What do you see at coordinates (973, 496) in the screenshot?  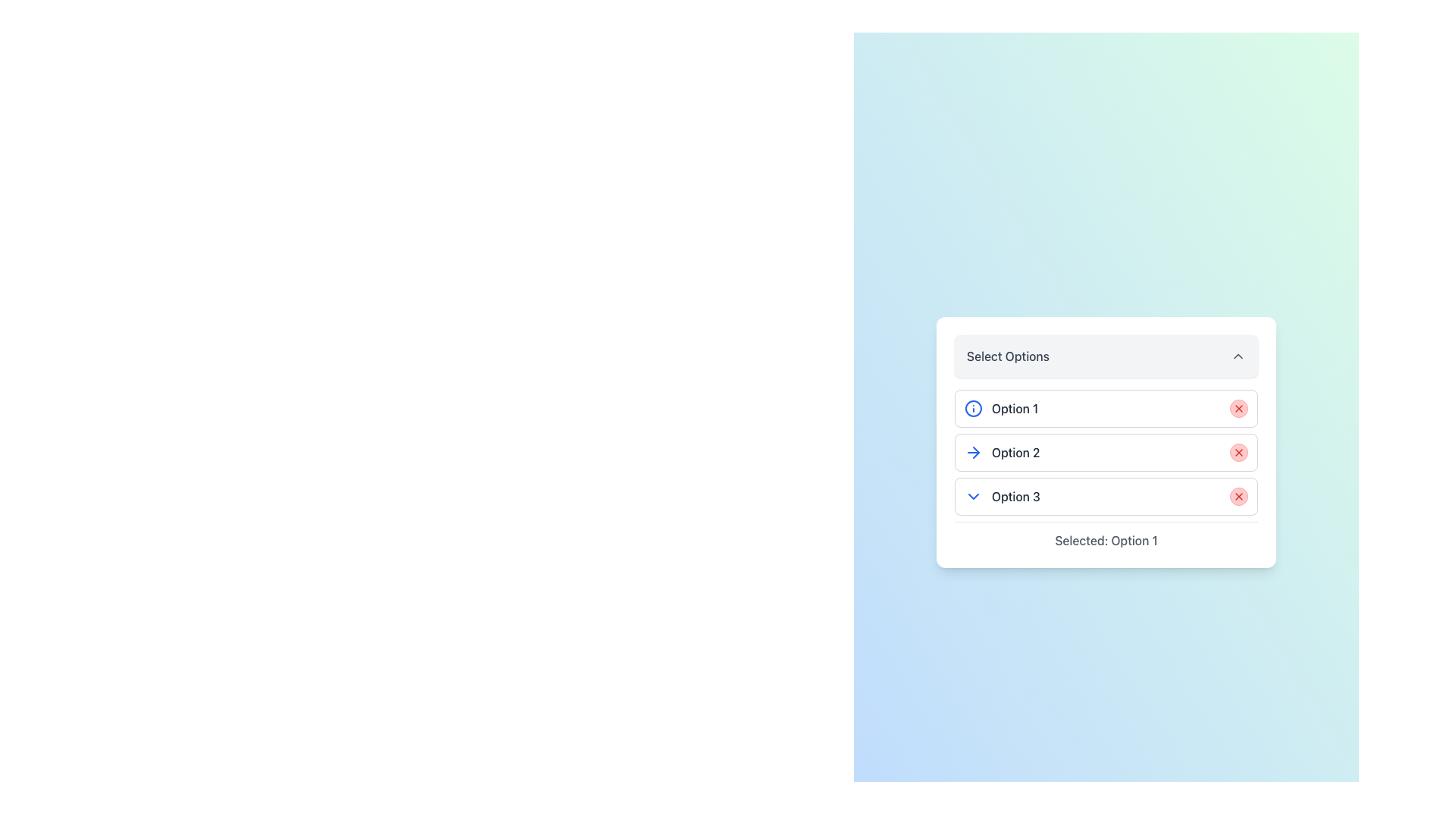 I see `the blue downward-pointing chevron icon next to the text label 'Option 3'` at bounding box center [973, 496].